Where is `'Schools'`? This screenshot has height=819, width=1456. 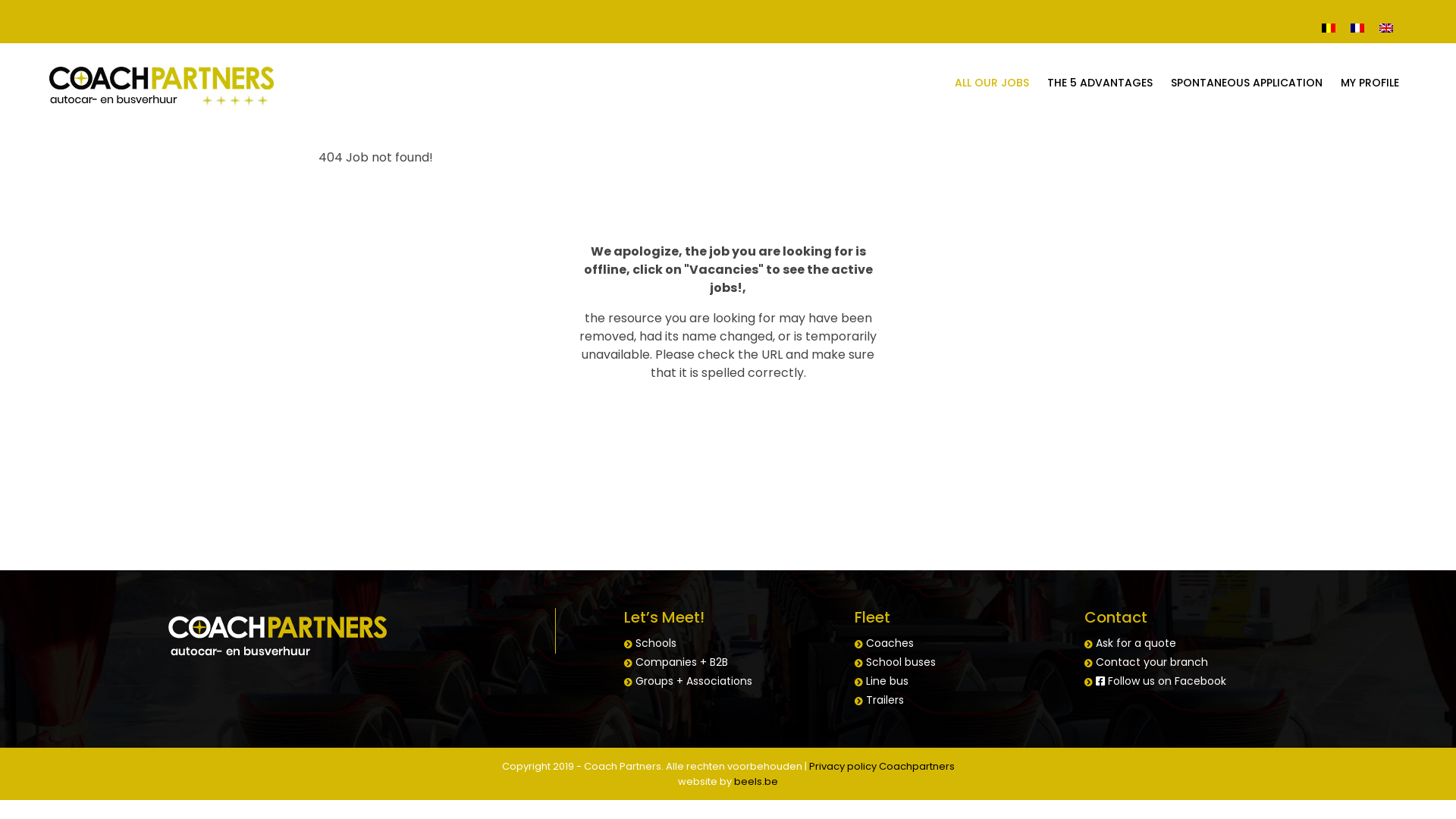
'Schools' is located at coordinates (655, 643).